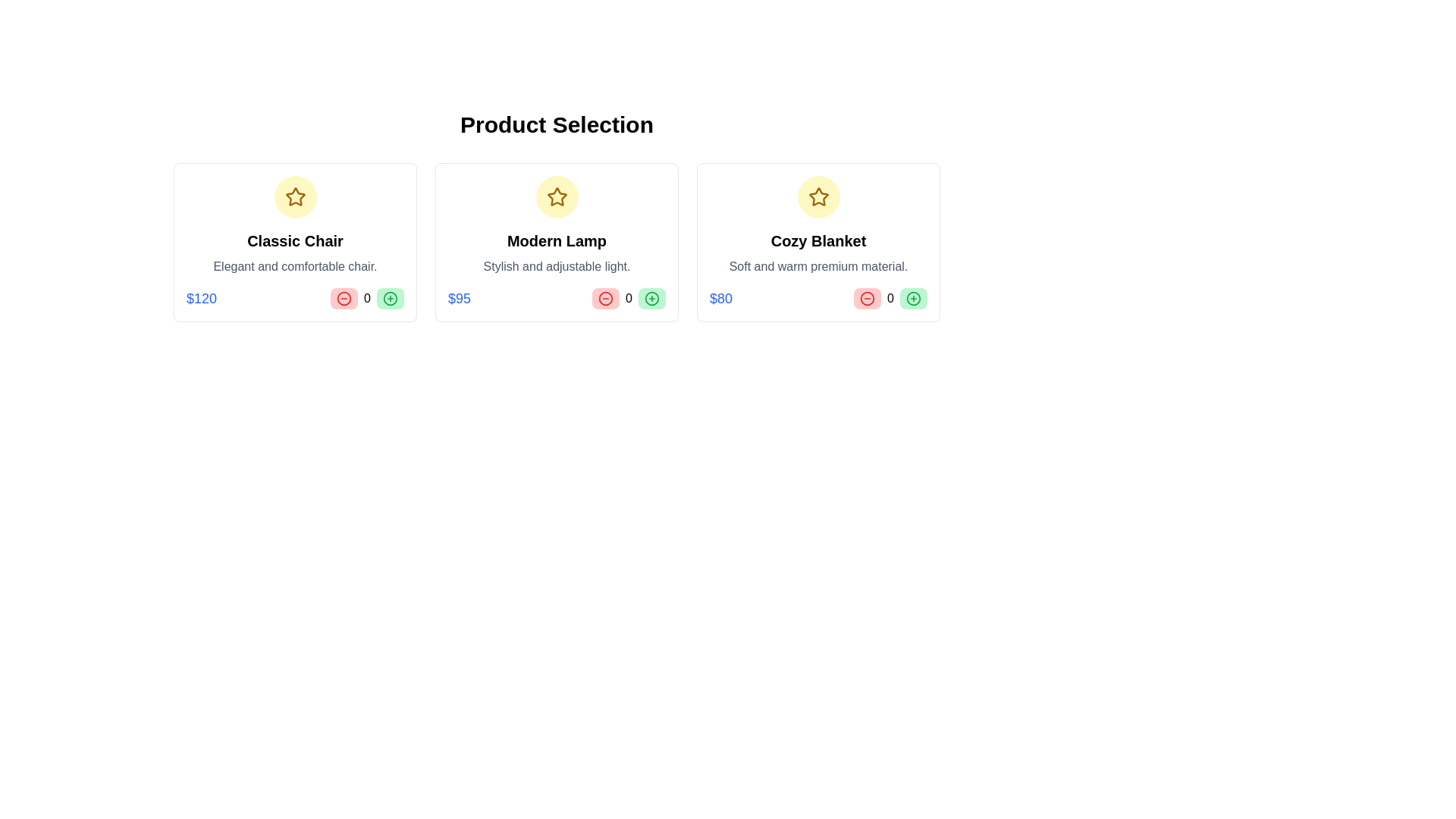  Describe the element at coordinates (817, 240) in the screenshot. I see `text content of the 'Cozy Blanket' text label, which is styled in bold font and located within the third product card below a star icon` at that location.